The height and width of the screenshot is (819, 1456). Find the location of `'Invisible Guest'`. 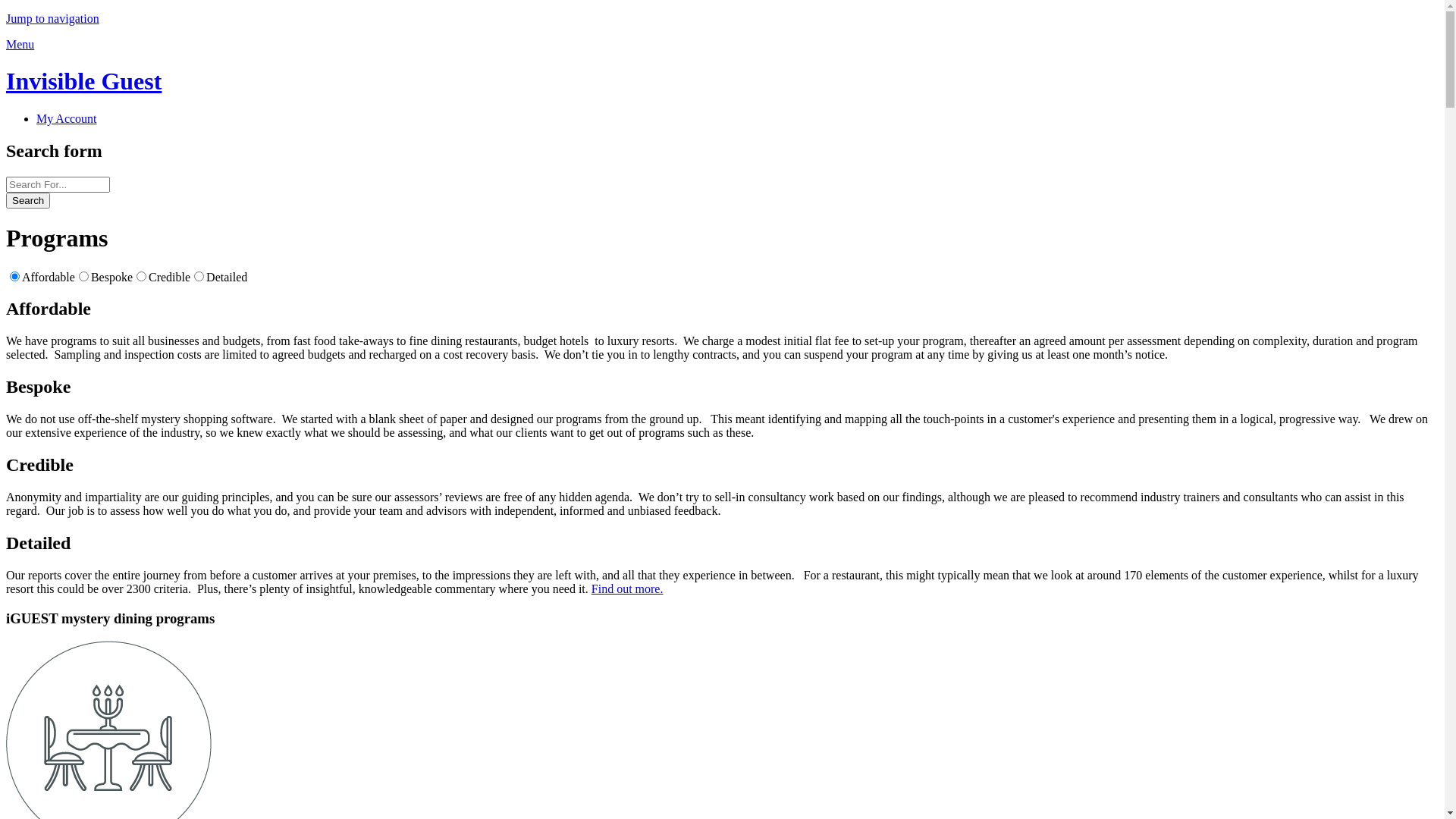

'Invisible Guest' is located at coordinates (83, 81).